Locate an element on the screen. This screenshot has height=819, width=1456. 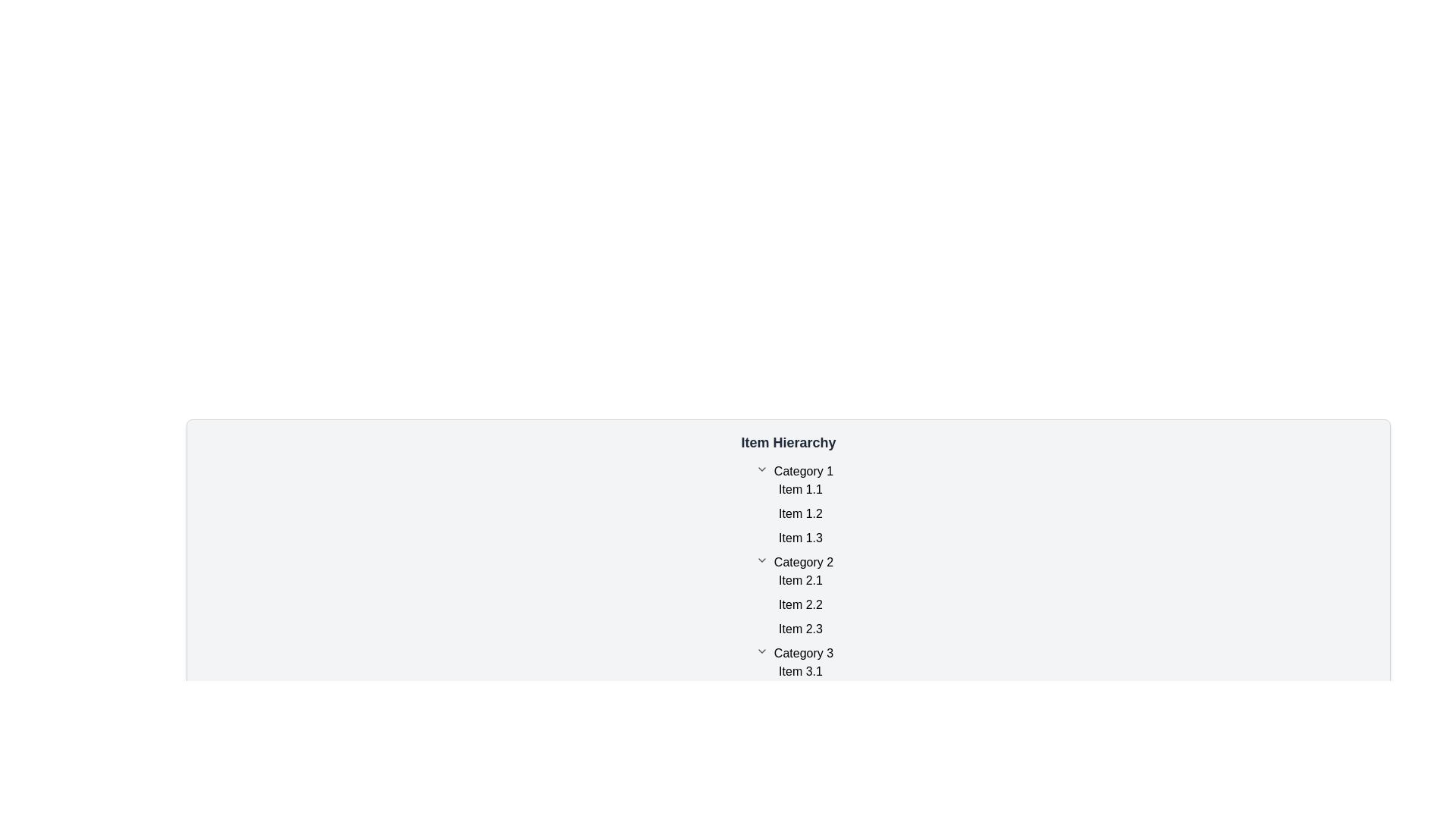
the static text label displaying 'Category 3', which is the header of the third category group under 'Item Hierarchy' is located at coordinates (803, 652).